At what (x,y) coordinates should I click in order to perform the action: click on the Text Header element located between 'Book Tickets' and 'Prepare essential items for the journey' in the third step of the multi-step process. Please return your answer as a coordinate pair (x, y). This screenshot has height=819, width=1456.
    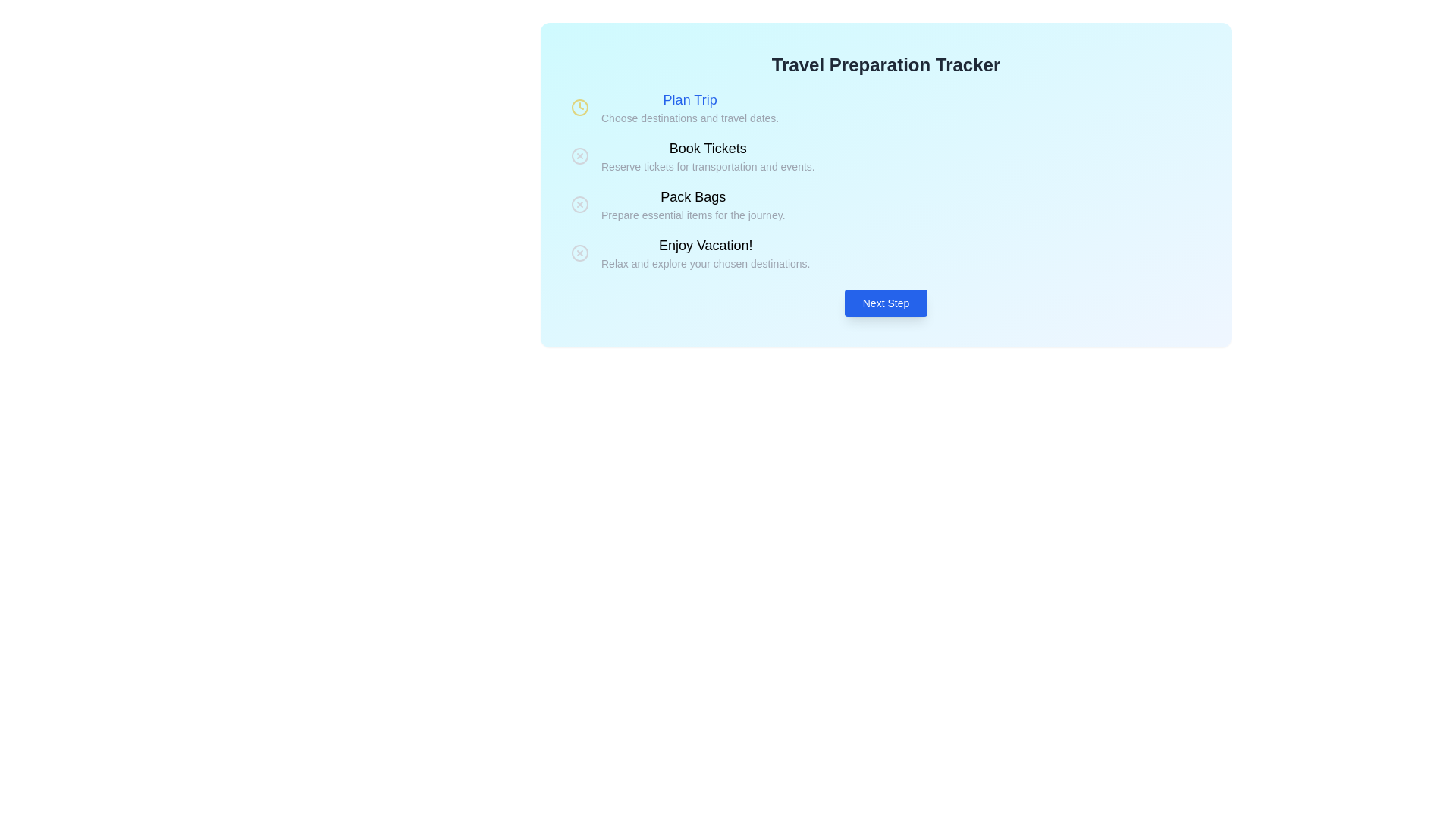
    Looking at the image, I should click on (692, 196).